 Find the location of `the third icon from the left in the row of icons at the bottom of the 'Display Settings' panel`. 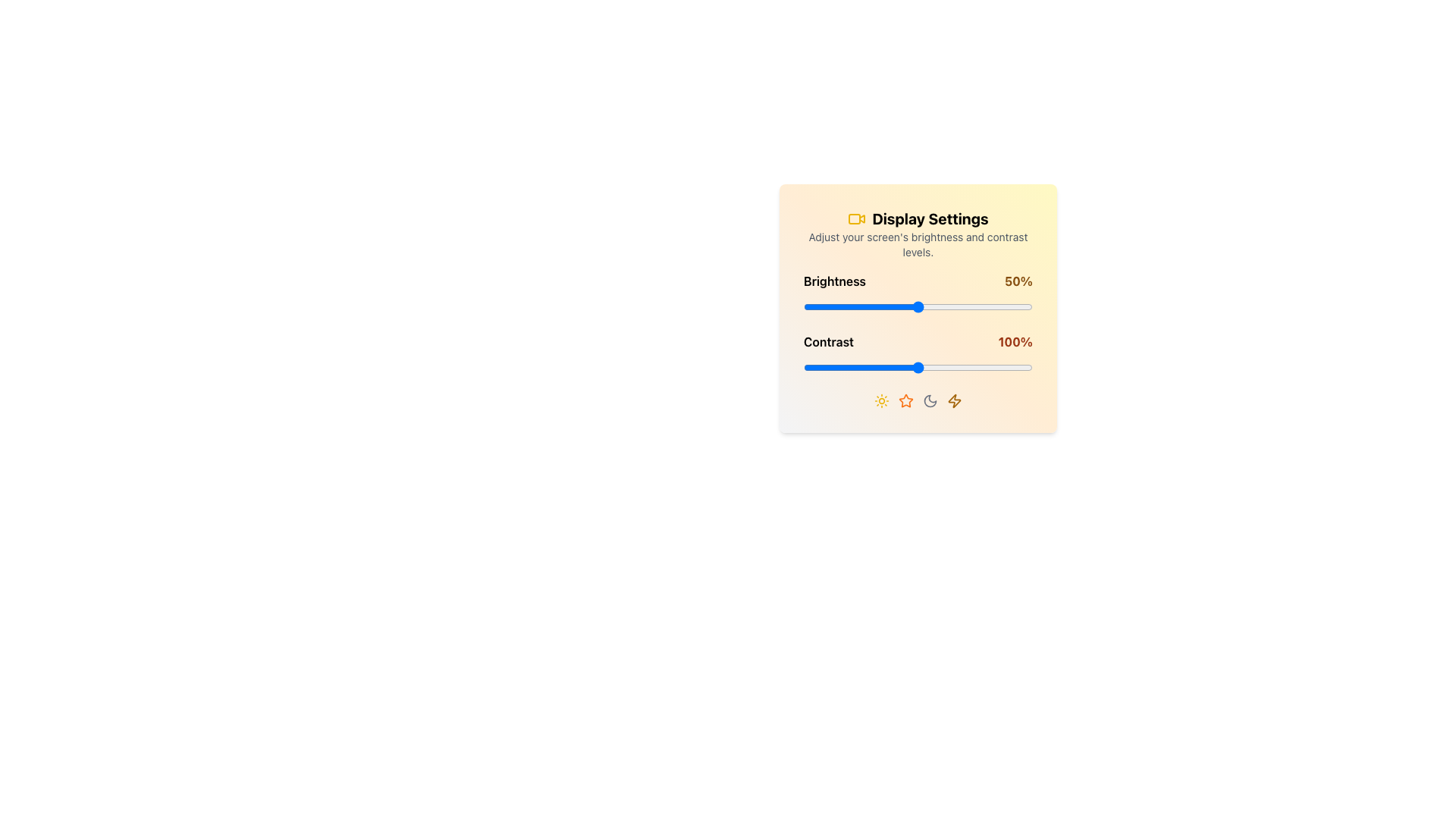

the third icon from the left in the row of icons at the bottom of the 'Display Settings' panel is located at coordinates (906, 400).